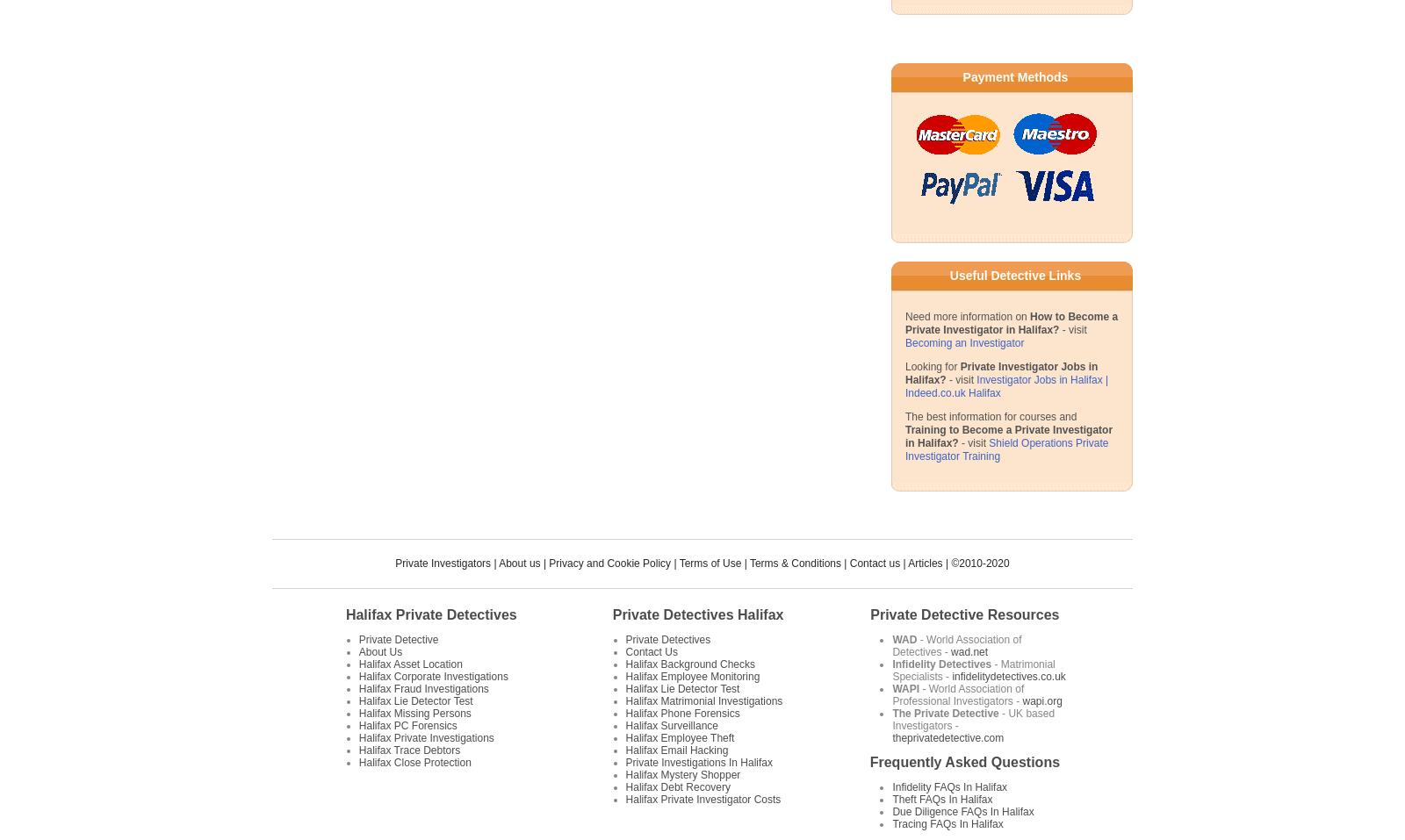 The width and height of the screenshot is (1405, 840). I want to click on '|
©2010-2020', so click(976, 562).